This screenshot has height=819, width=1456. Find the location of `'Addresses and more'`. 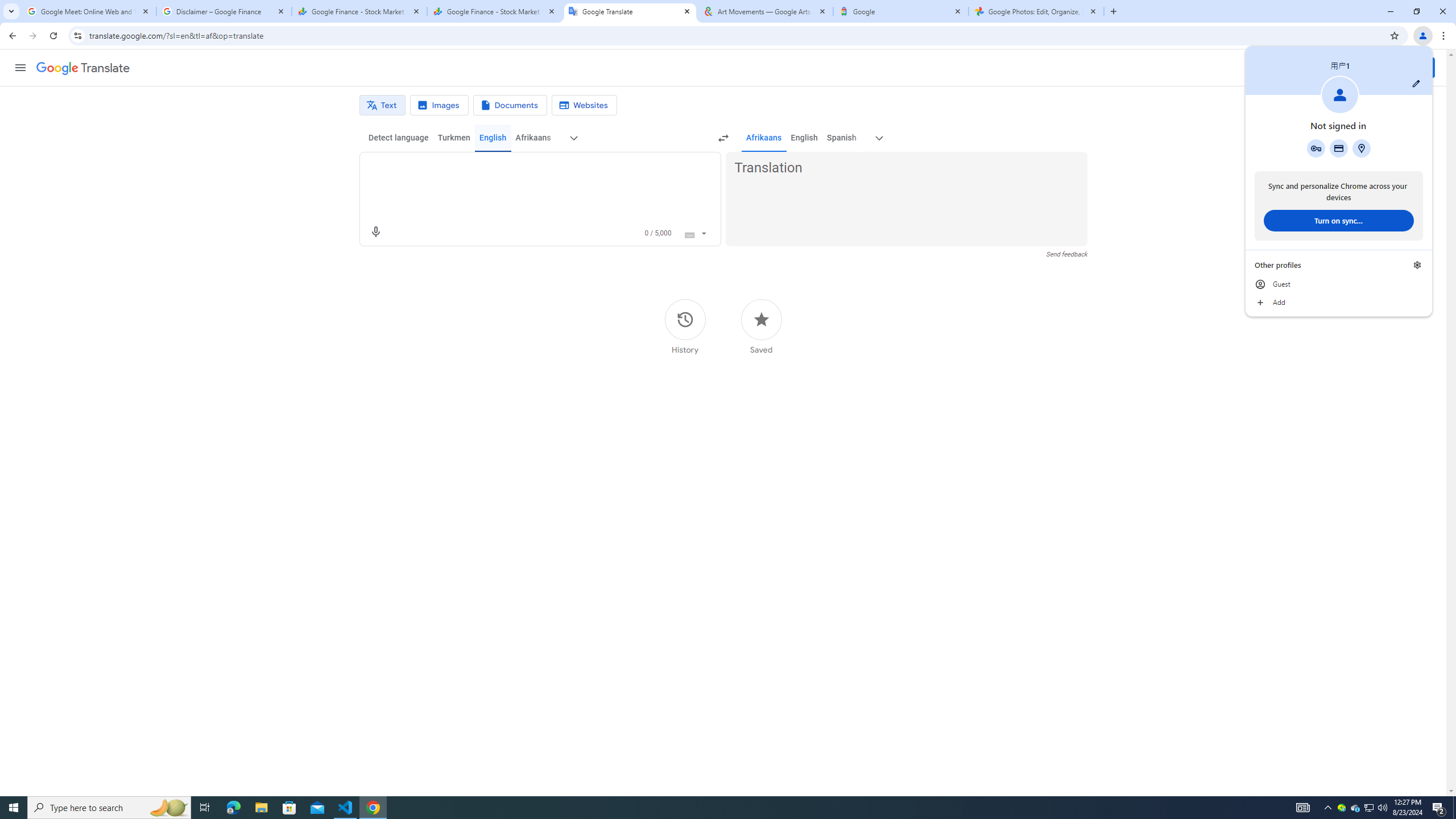

'Addresses and more' is located at coordinates (1360, 148).